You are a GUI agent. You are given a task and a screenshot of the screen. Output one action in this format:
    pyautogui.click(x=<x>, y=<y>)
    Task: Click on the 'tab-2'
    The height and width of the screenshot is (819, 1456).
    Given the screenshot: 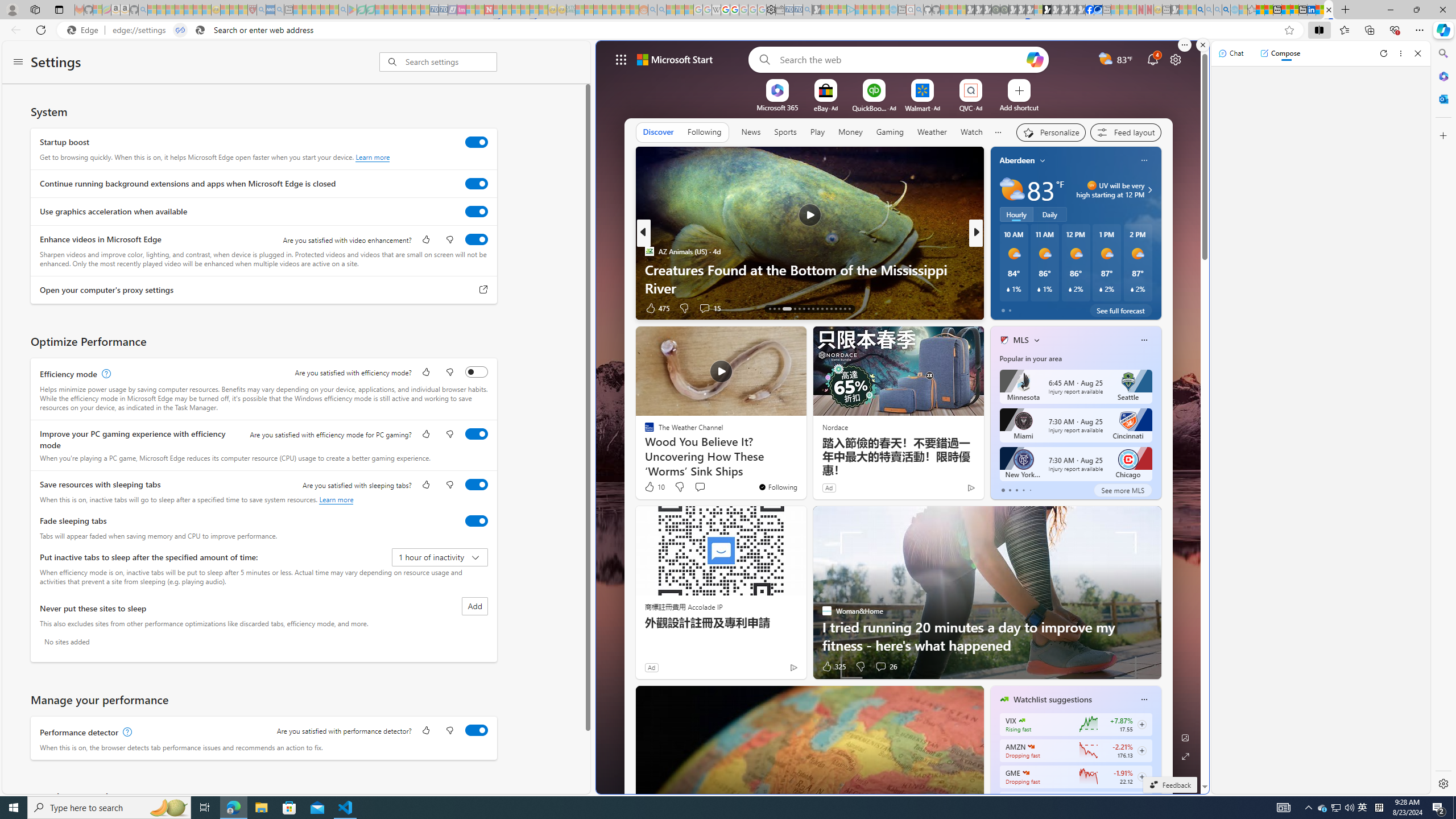 What is the action you would take?
    pyautogui.click(x=1016, y=490)
    